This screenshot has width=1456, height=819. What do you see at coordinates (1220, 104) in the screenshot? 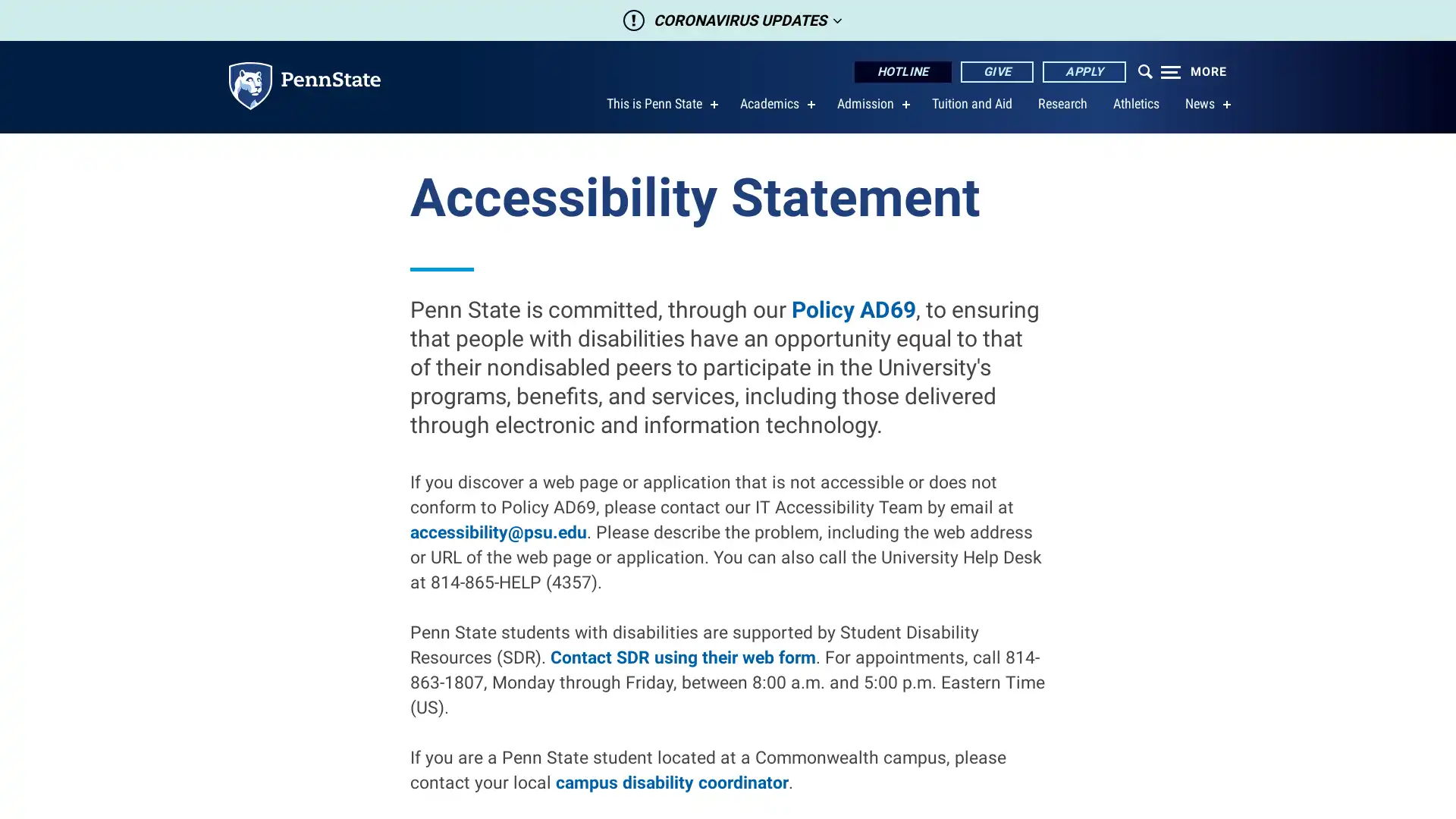
I see `show submenu for News` at bounding box center [1220, 104].